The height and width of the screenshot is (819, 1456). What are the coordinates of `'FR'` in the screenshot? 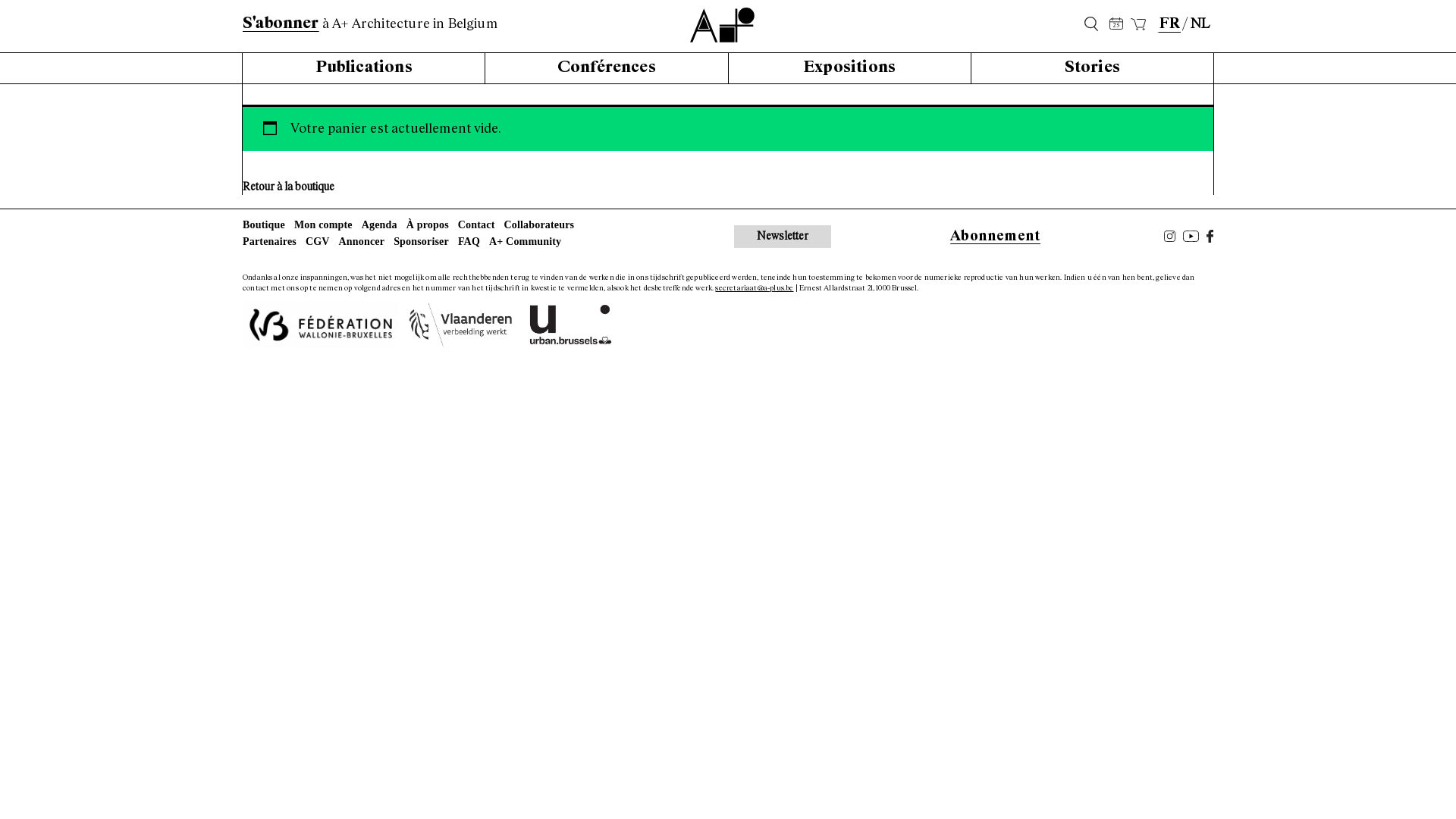 It's located at (1156, 24).